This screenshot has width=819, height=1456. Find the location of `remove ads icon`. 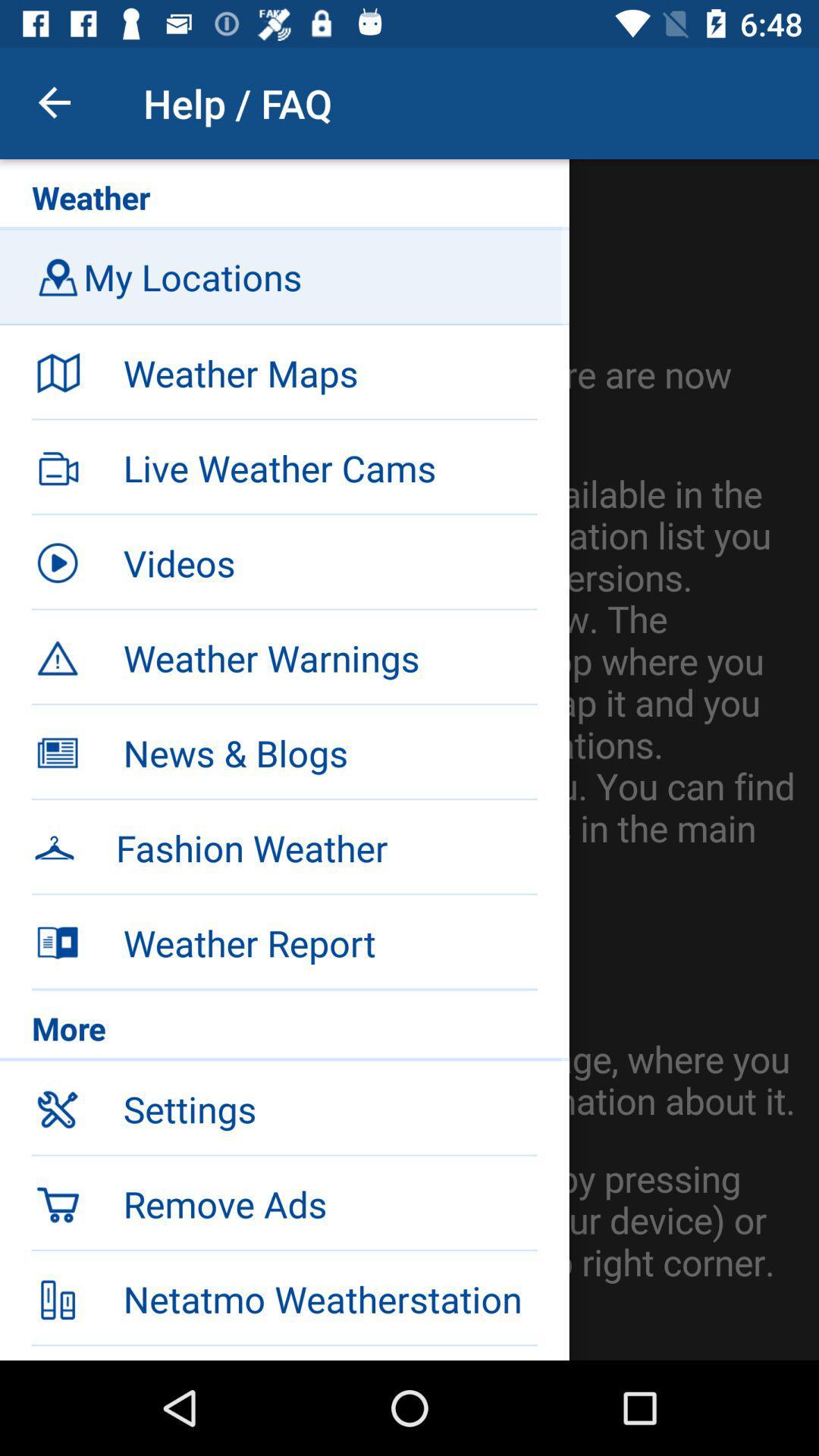

remove ads icon is located at coordinates (329, 1203).